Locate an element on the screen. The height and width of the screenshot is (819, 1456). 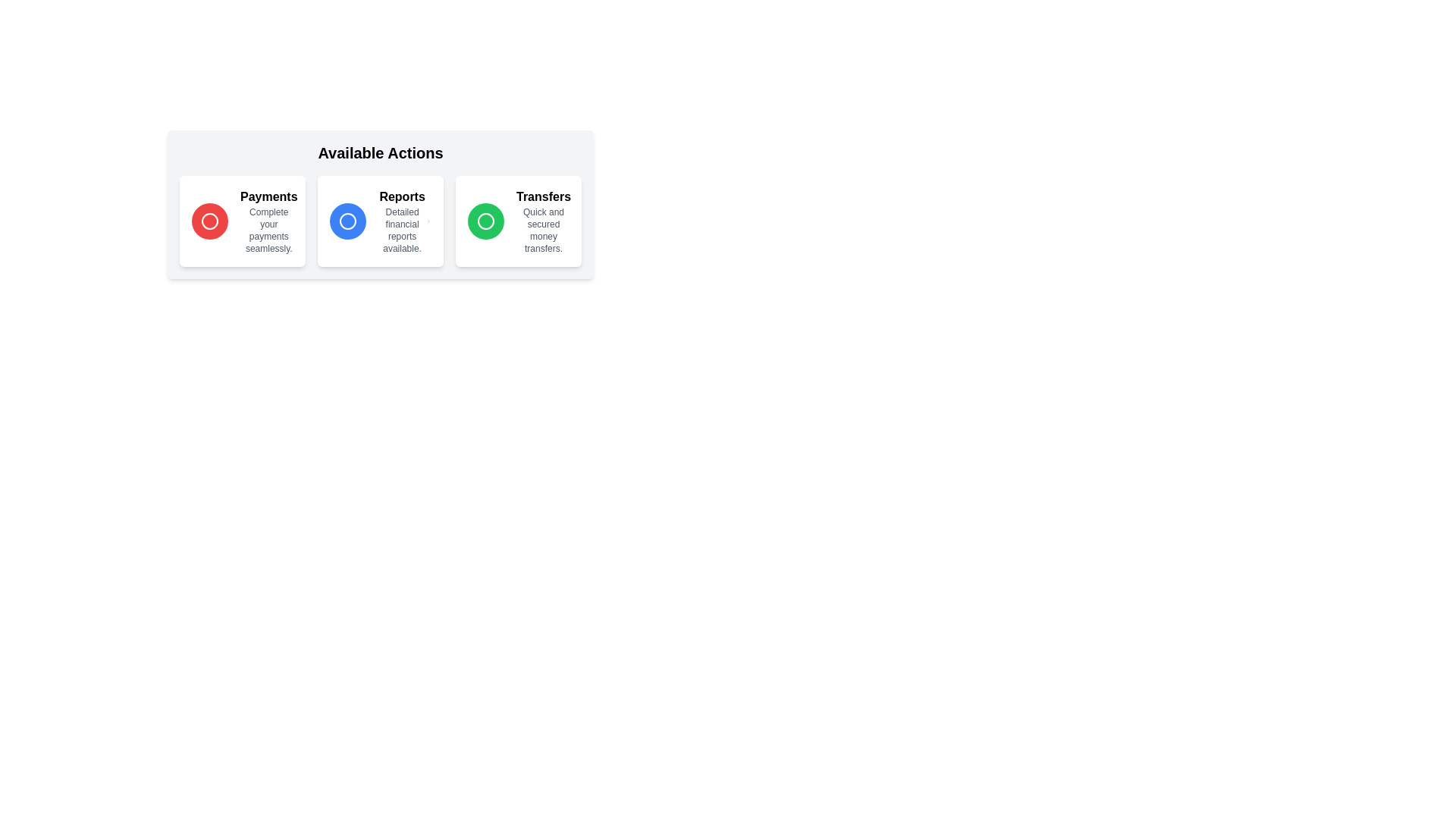
the circular red icon with a white border located in the 'Payments' card is located at coordinates (209, 221).